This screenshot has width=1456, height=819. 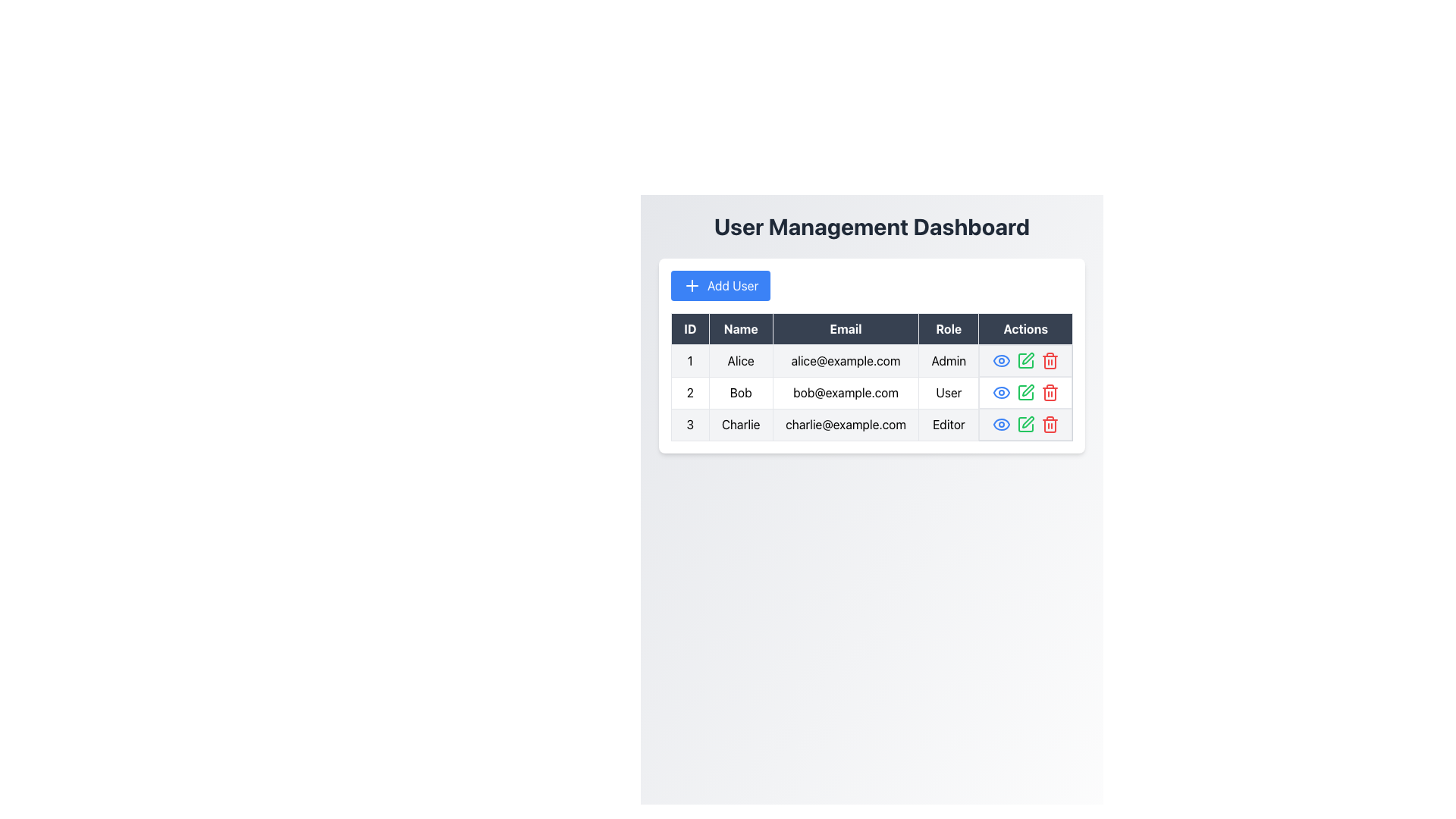 What do you see at coordinates (691, 286) in the screenshot?
I see `the '+' icon button that visually represents the action of adding a user, located above the user information table` at bounding box center [691, 286].